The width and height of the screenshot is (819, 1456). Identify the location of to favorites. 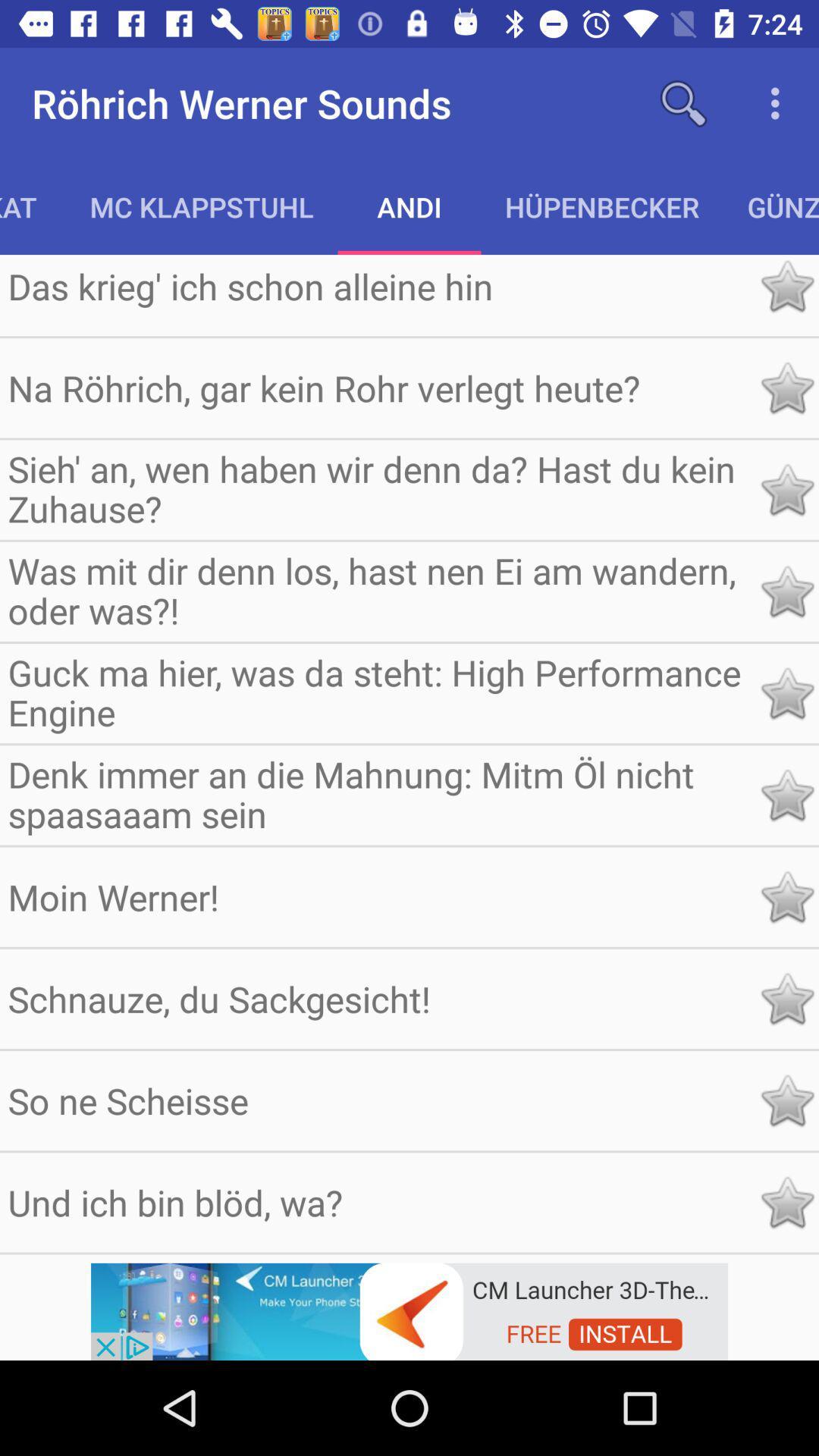
(786, 692).